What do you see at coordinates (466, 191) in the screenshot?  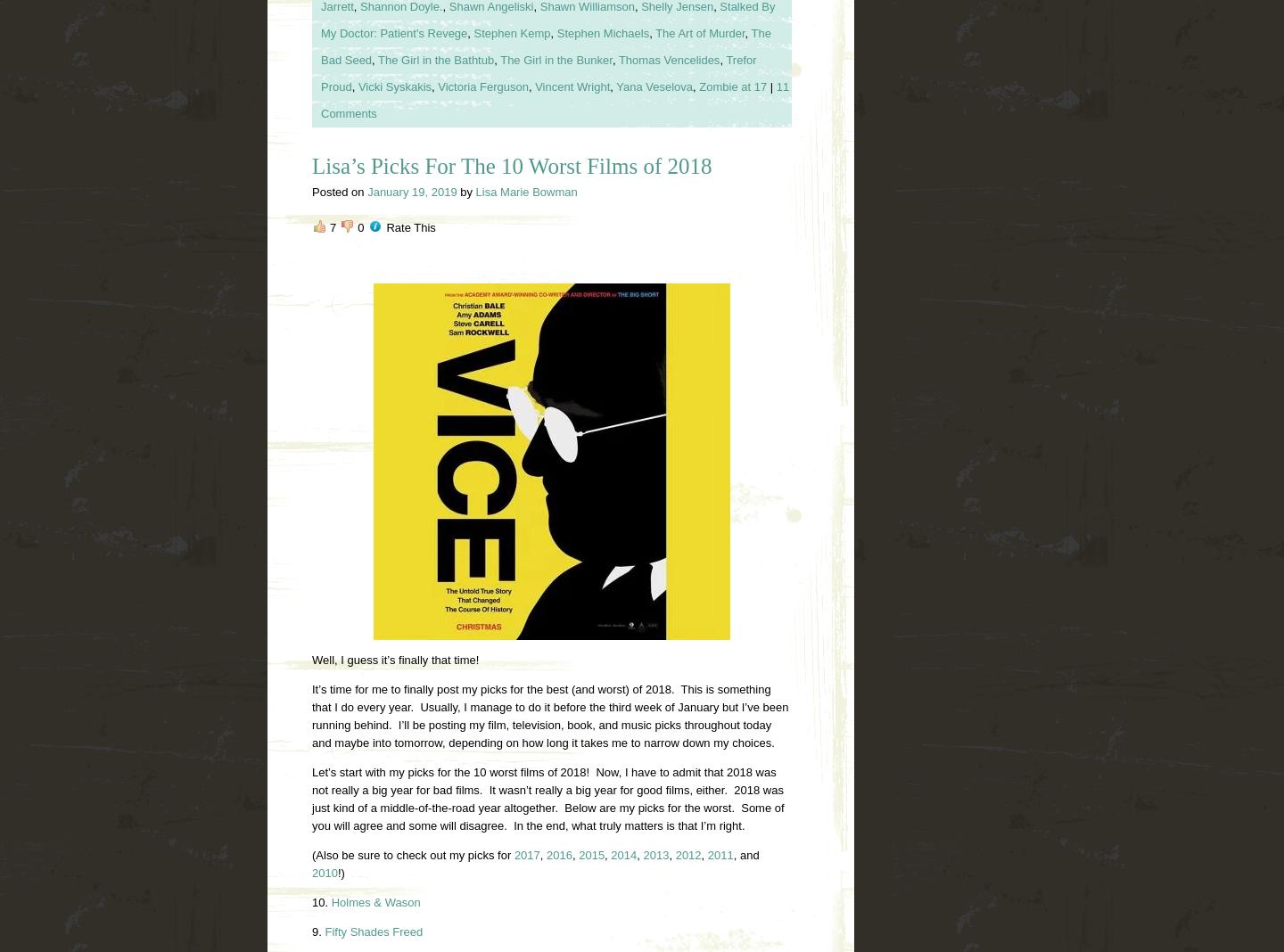 I see `'by'` at bounding box center [466, 191].